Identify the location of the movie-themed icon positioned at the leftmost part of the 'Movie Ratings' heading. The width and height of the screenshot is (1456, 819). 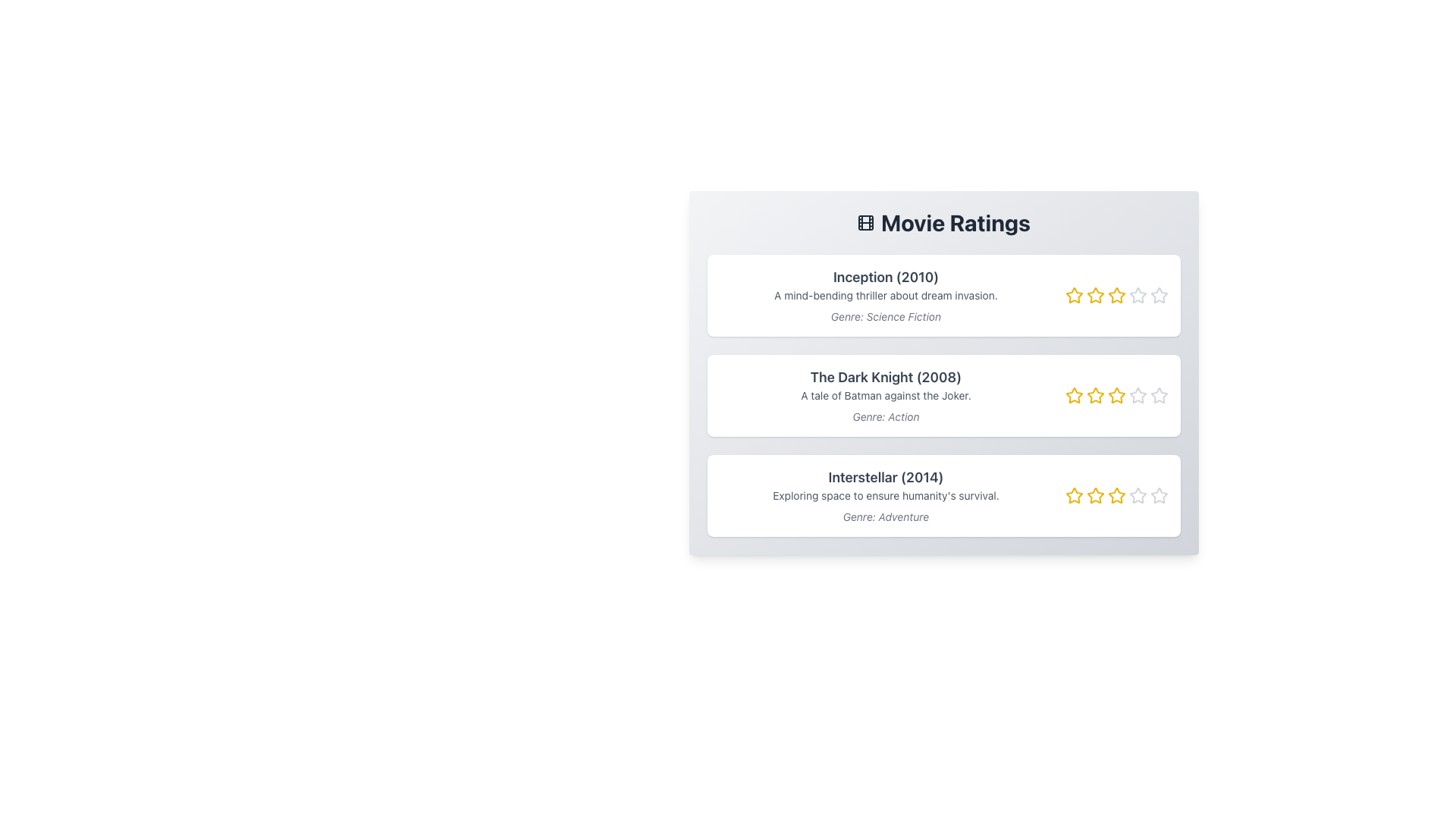
(866, 222).